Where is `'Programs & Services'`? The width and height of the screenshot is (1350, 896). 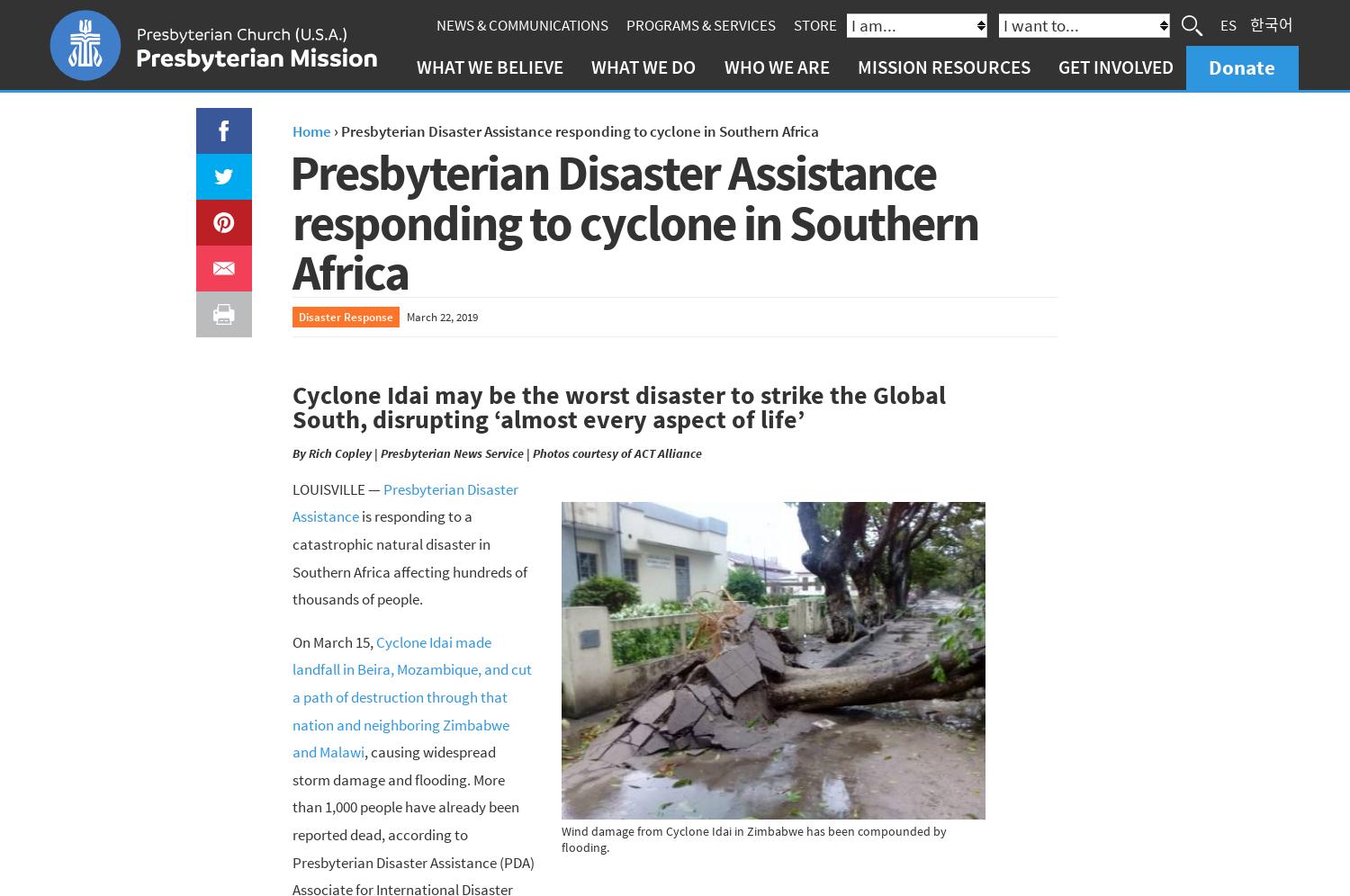
'Programs & Services' is located at coordinates (624, 23).